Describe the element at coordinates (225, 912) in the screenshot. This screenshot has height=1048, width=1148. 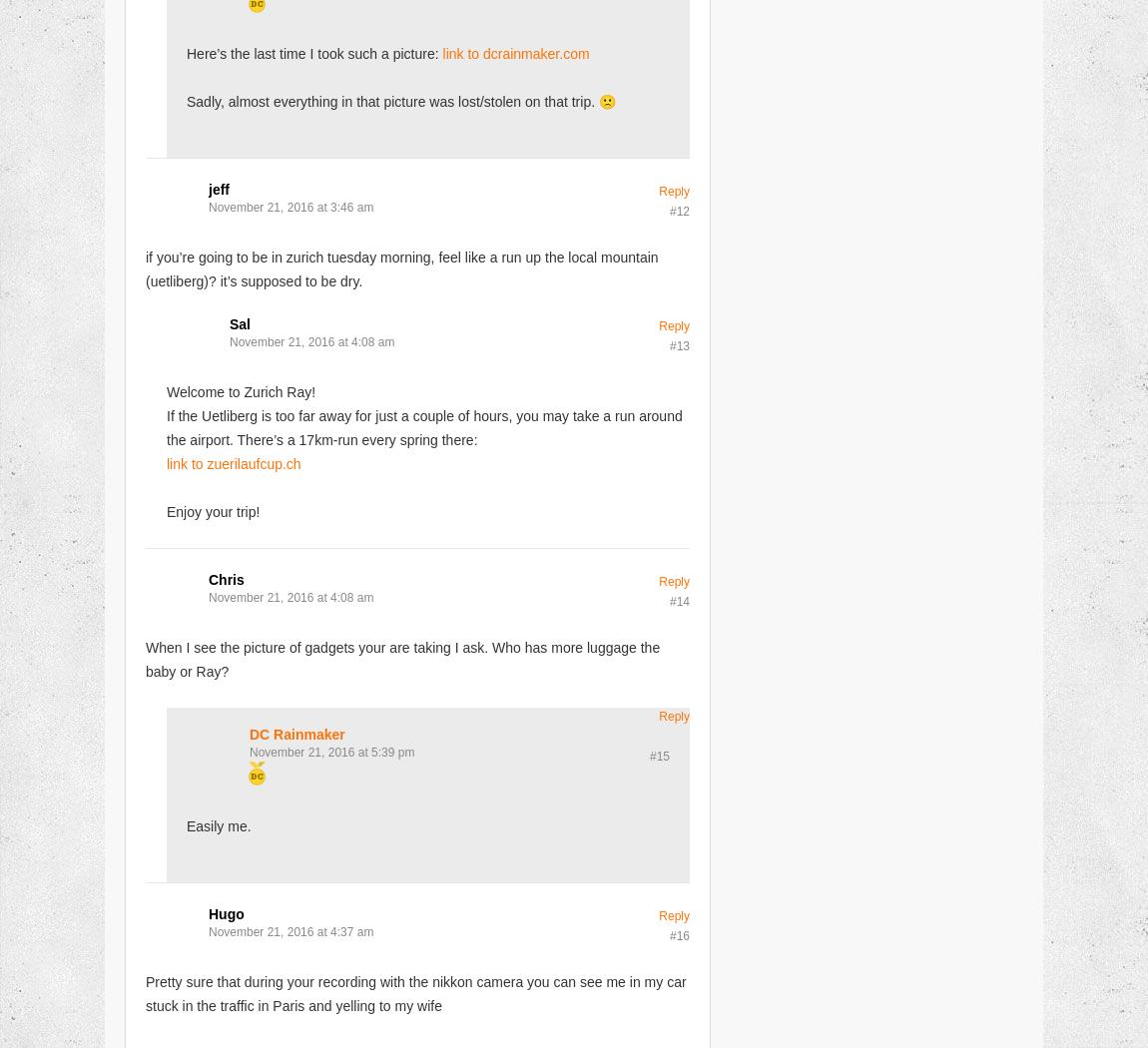
I see `'Hugo'` at that location.